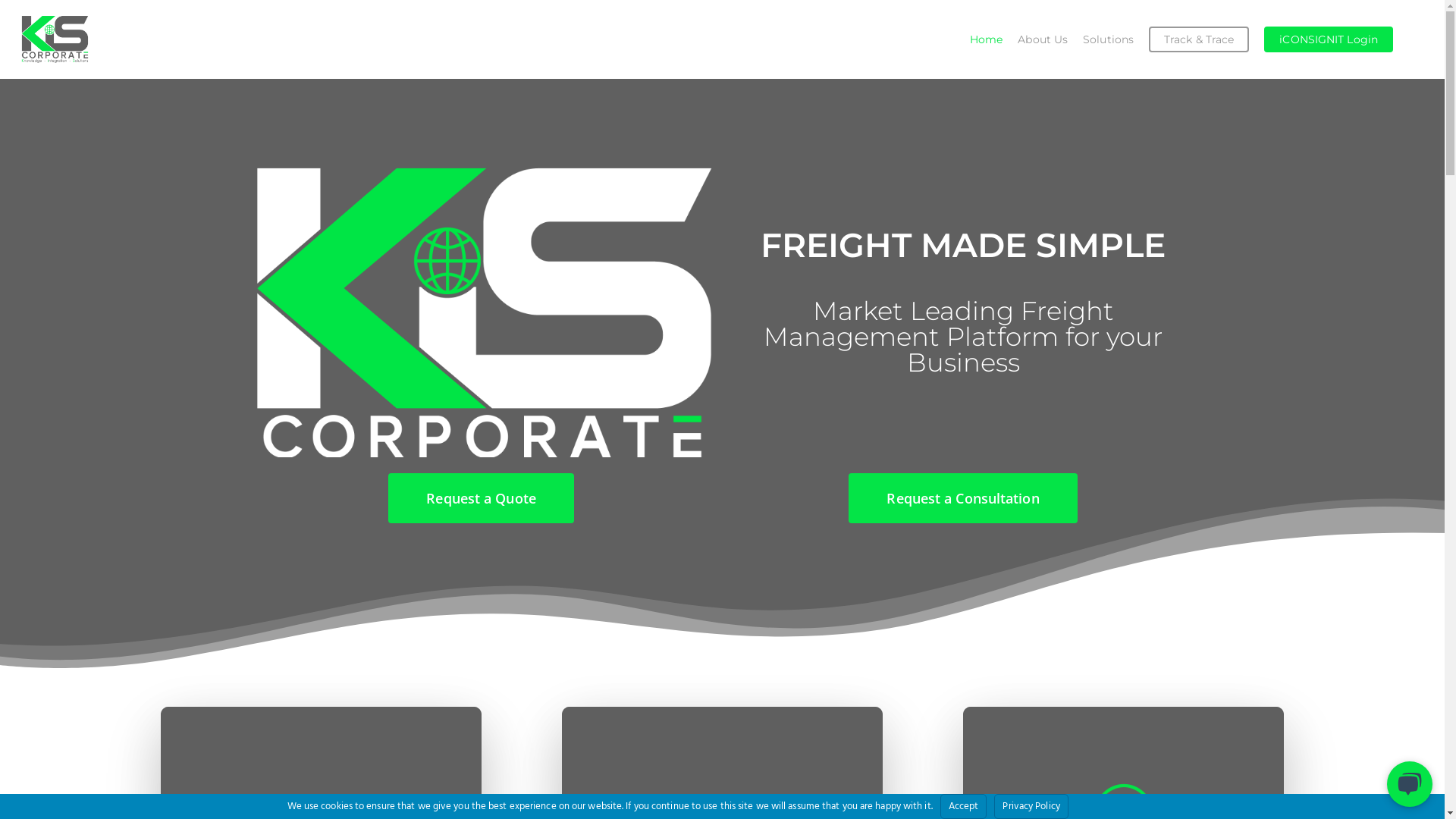  What do you see at coordinates (1197, 38) in the screenshot?
I see `'Track & Trace'` at bounding box center [1197, 38].